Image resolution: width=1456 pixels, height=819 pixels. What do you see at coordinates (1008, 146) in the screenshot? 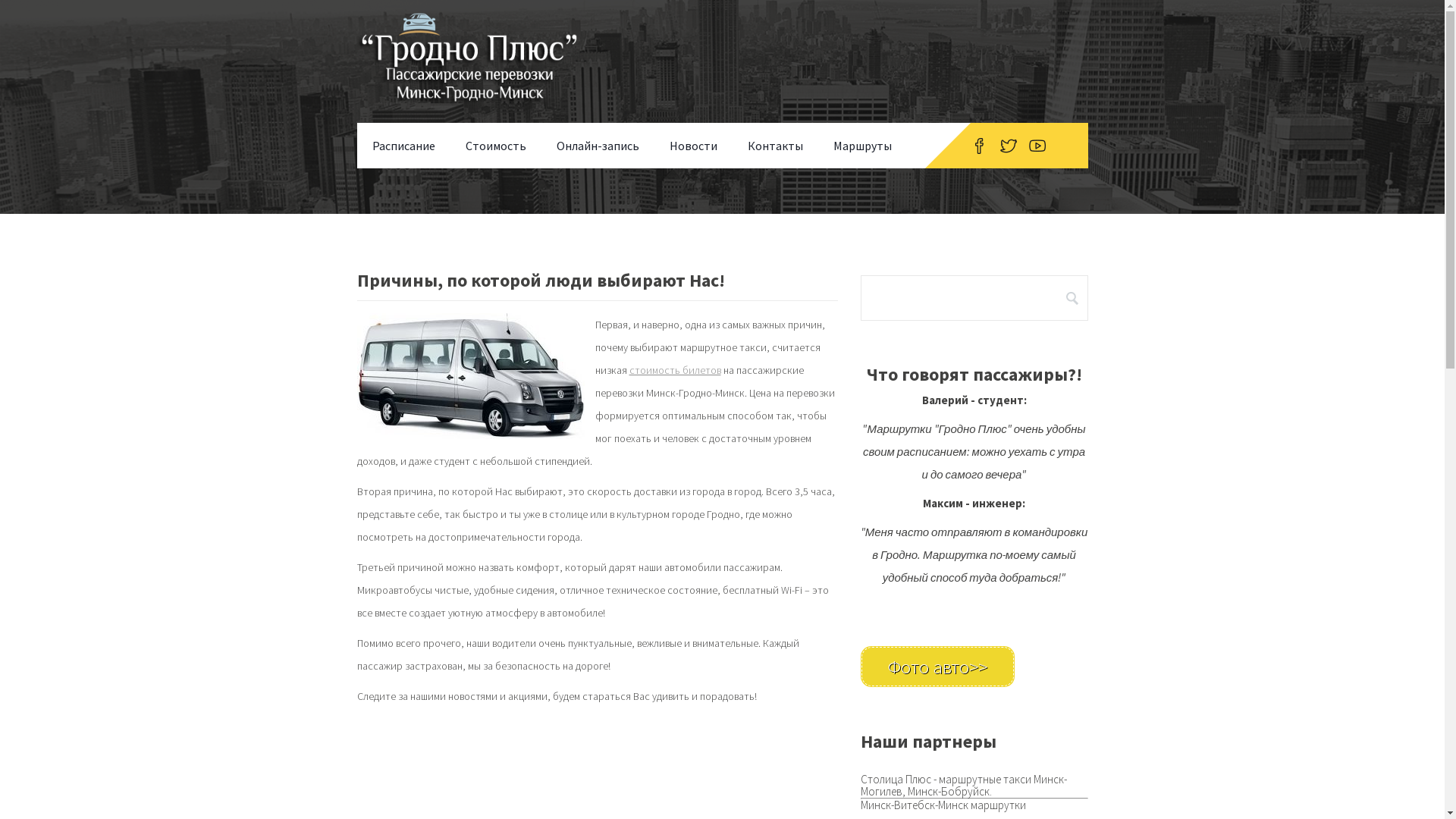
I see `'Twitter'` at bounding box center [1008, 146].